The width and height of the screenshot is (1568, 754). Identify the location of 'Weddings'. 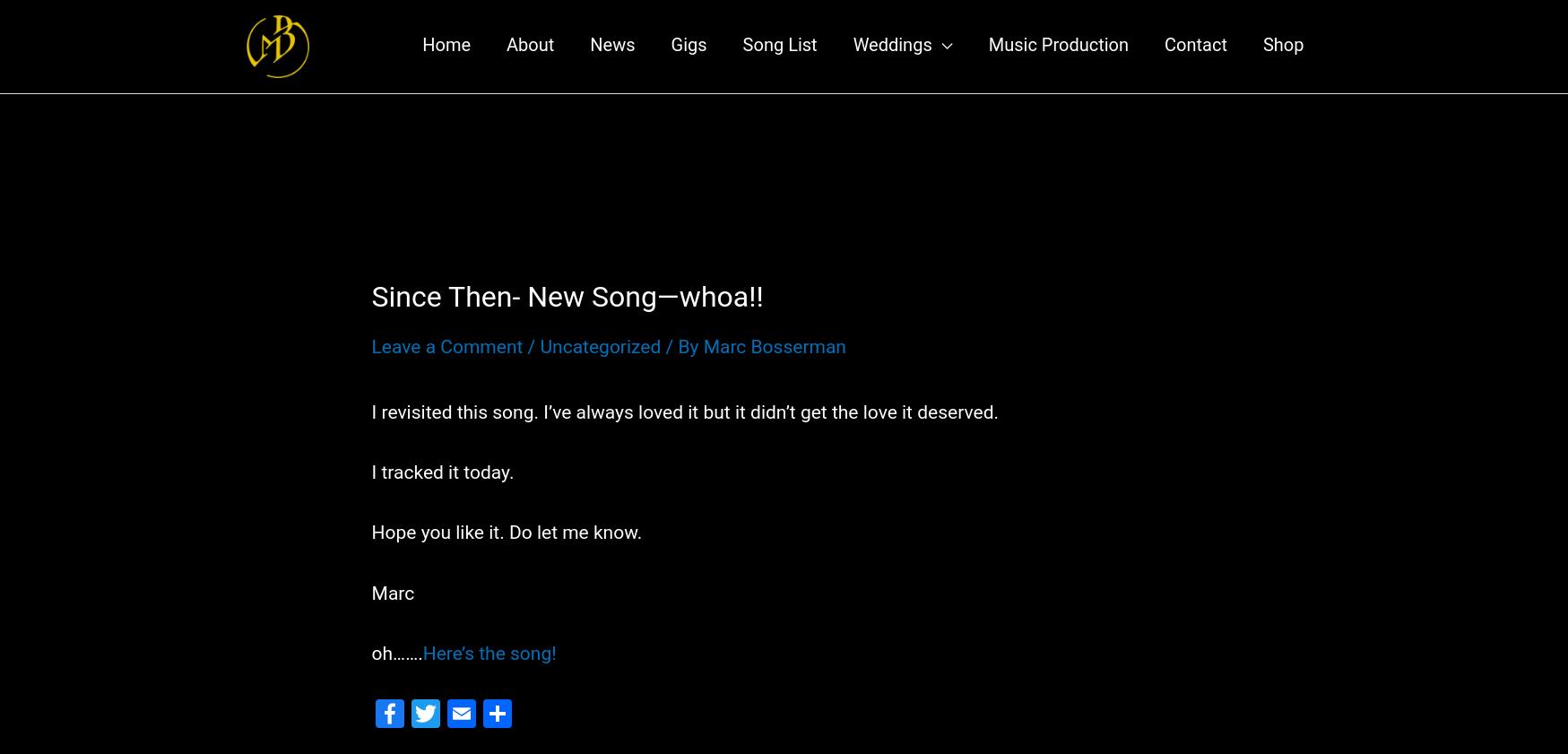
(891, 52).